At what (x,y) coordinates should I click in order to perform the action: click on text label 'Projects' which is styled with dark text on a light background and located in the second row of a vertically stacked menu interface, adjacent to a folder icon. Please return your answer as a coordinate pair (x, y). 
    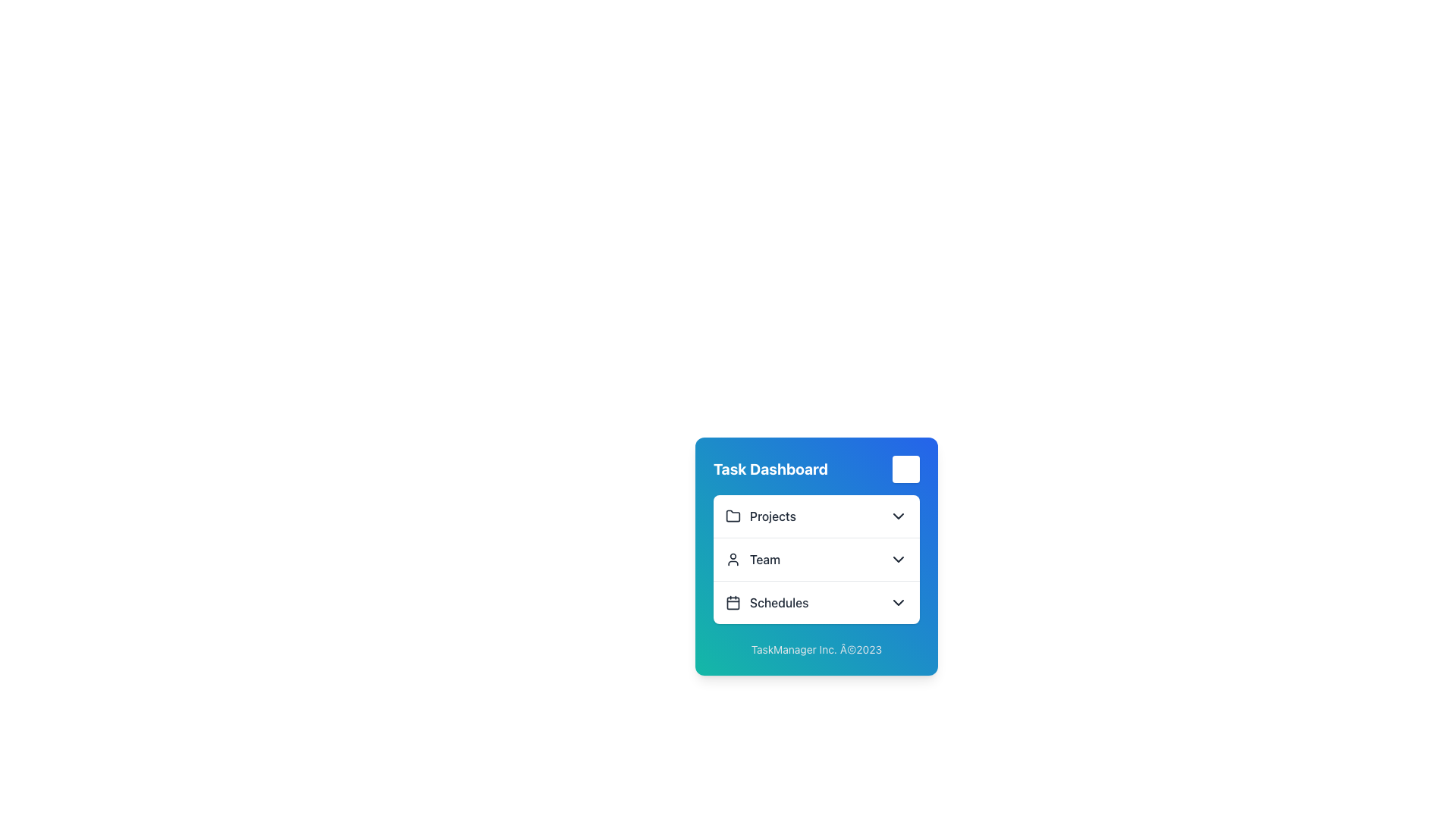
    Looking at the image, I should click on (773, 516).